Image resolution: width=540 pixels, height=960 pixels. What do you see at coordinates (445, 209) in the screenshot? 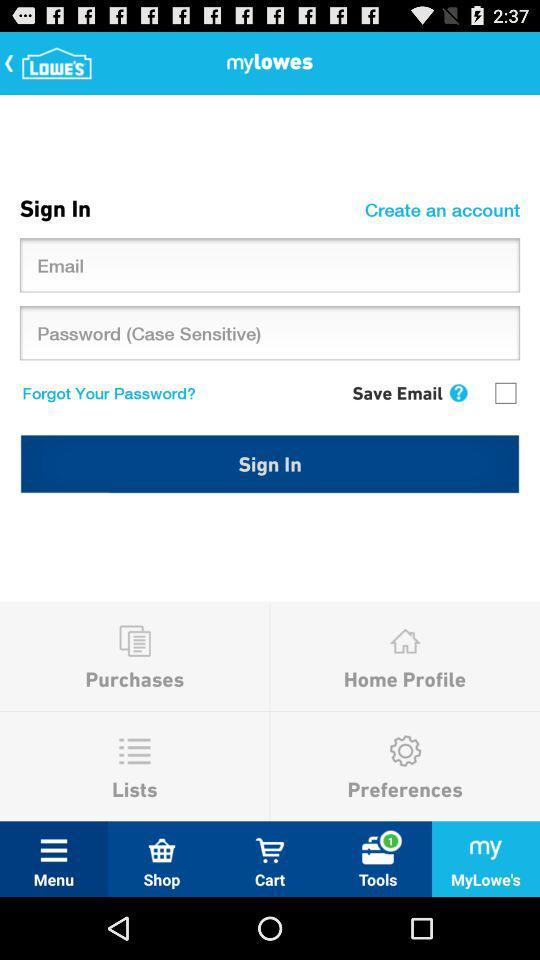
I see `create an account at the top right corner` at bounding box center [445, 209].